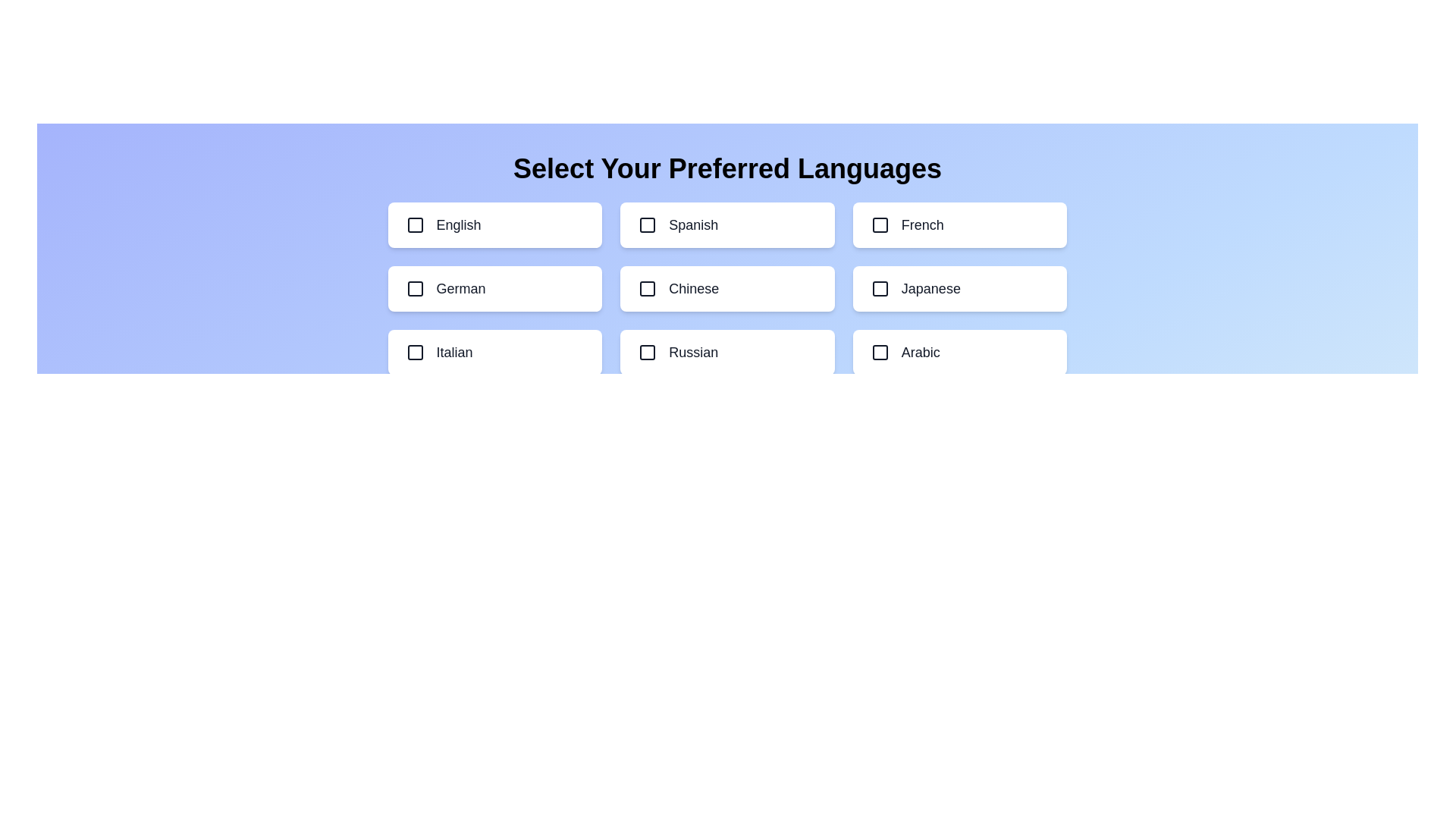  What do you see at coordinates (494, 225) in the screenshot?
I see `the language option English` at bounding box center [494, 225].